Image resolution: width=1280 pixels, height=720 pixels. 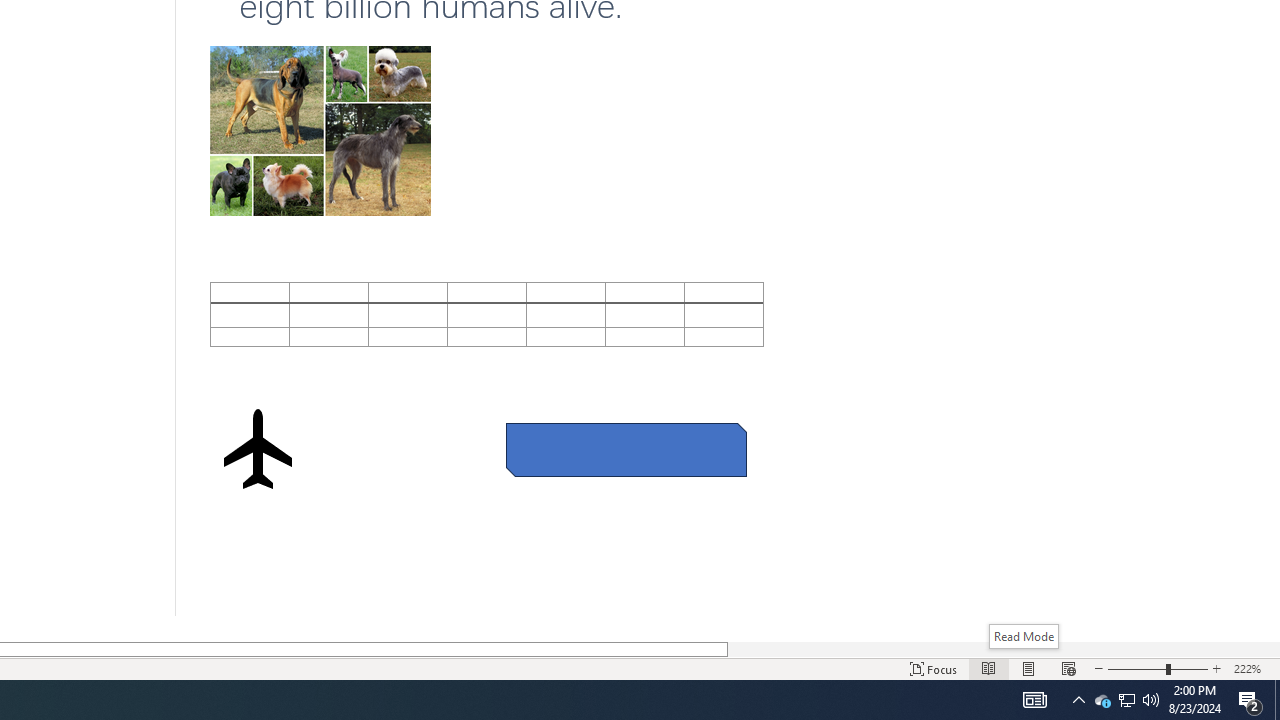 I want to click on 'Rectangle: Diagonal Corners Snipped 2', so click(x=625, y=450).